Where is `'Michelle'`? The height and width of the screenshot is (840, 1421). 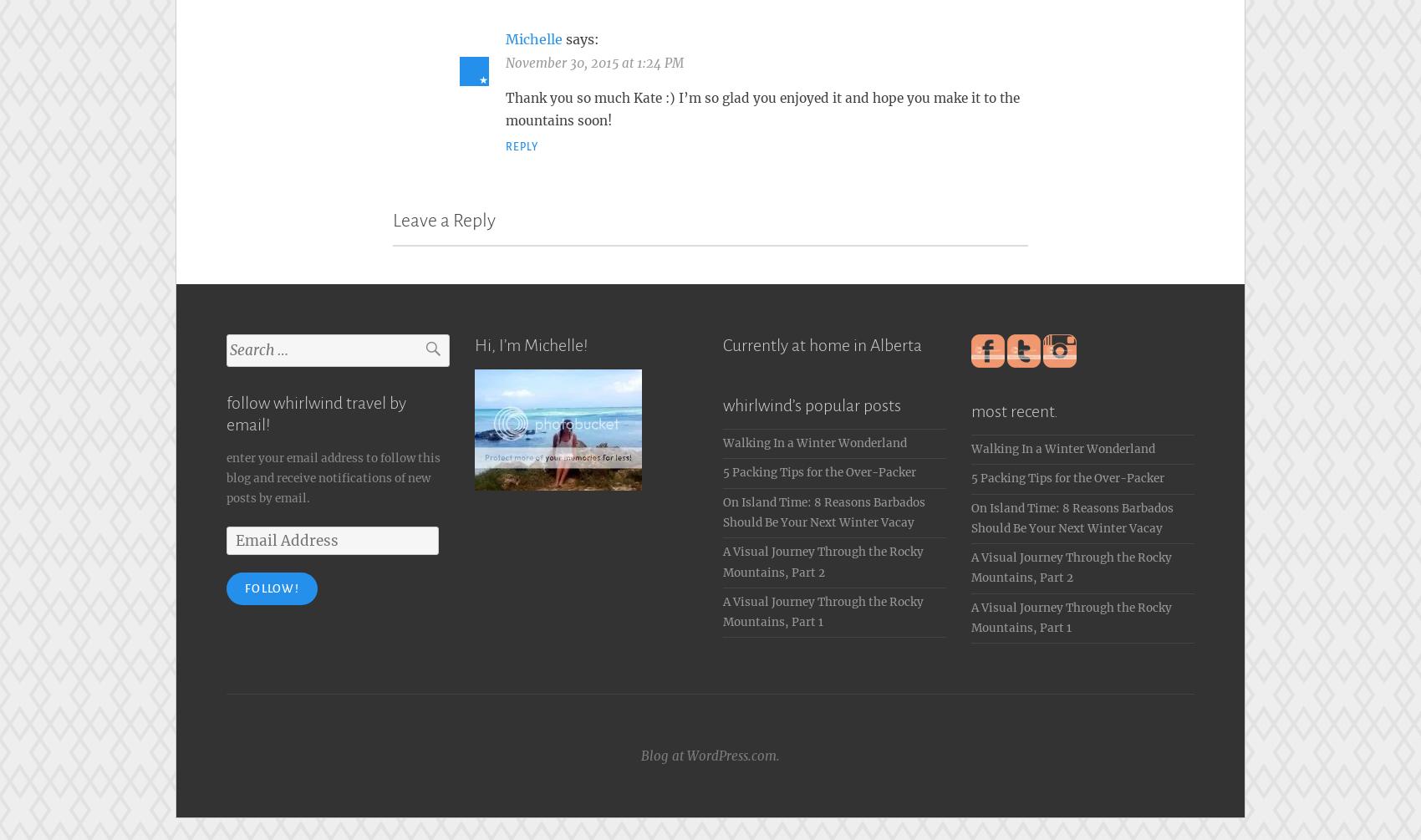
'Michelle' is located at coordinates (534, 35).